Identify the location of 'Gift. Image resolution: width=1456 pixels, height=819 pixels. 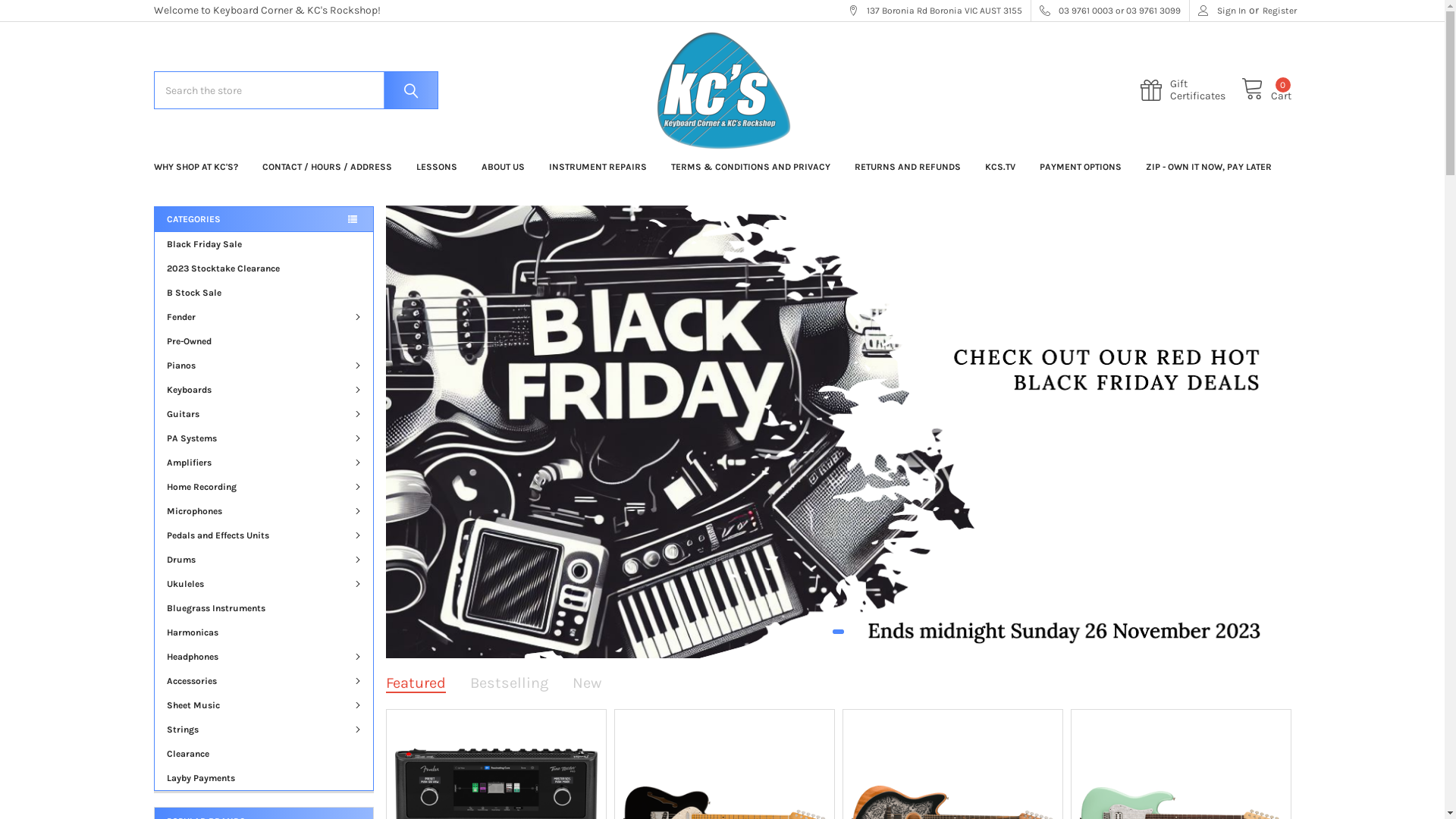
(1190, 90).